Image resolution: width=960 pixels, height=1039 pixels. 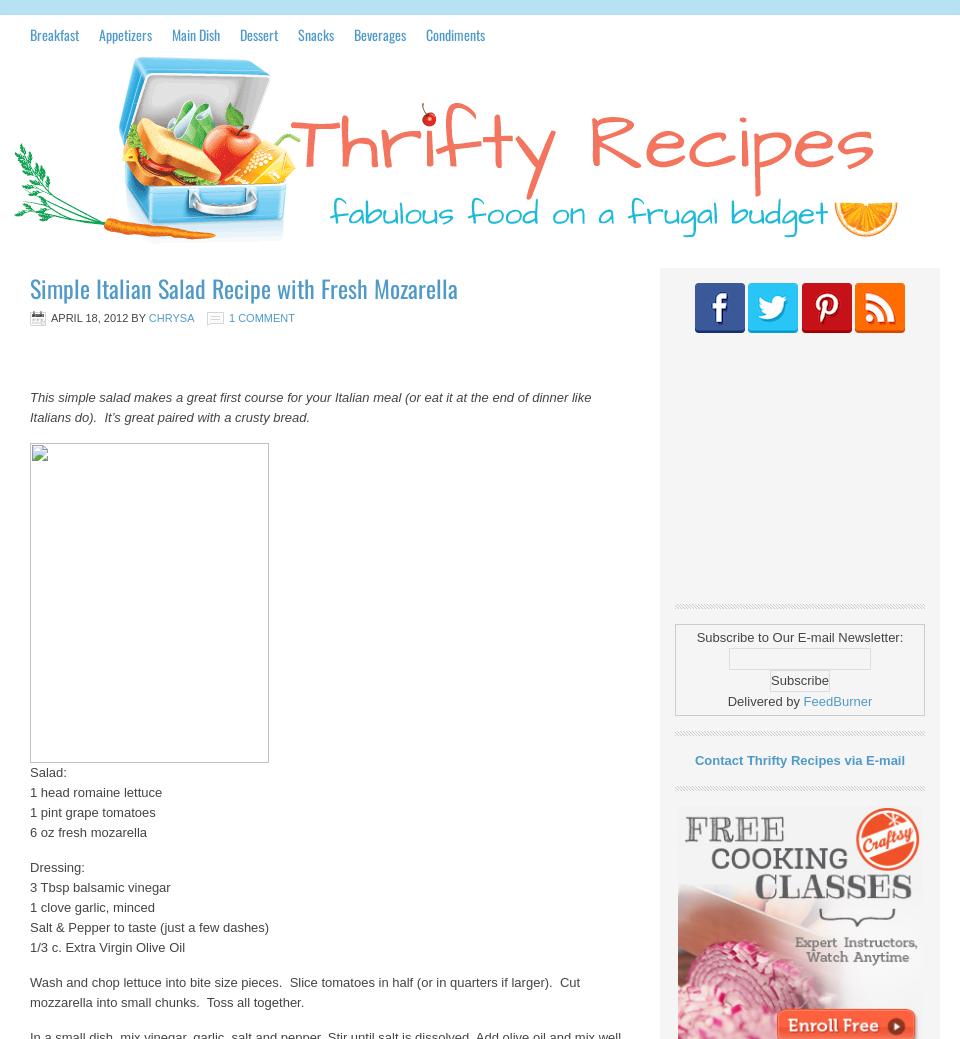 What do you see at coordinates (243, 288) in the screenshot?
I see `'Simple Italian Salad Recipe with Fresh Mozarella'` at bounding box center [243, 288].